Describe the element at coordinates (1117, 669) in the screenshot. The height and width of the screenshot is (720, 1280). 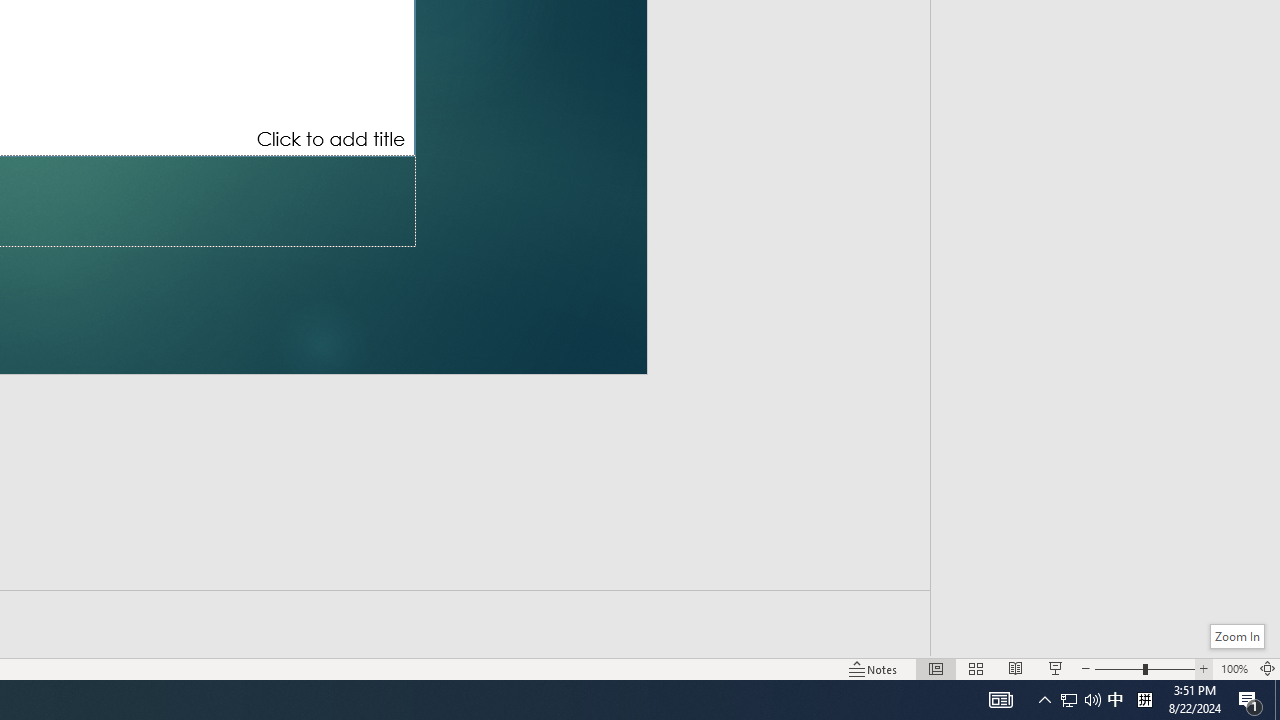
I see `'Zoom Out'` at that location.